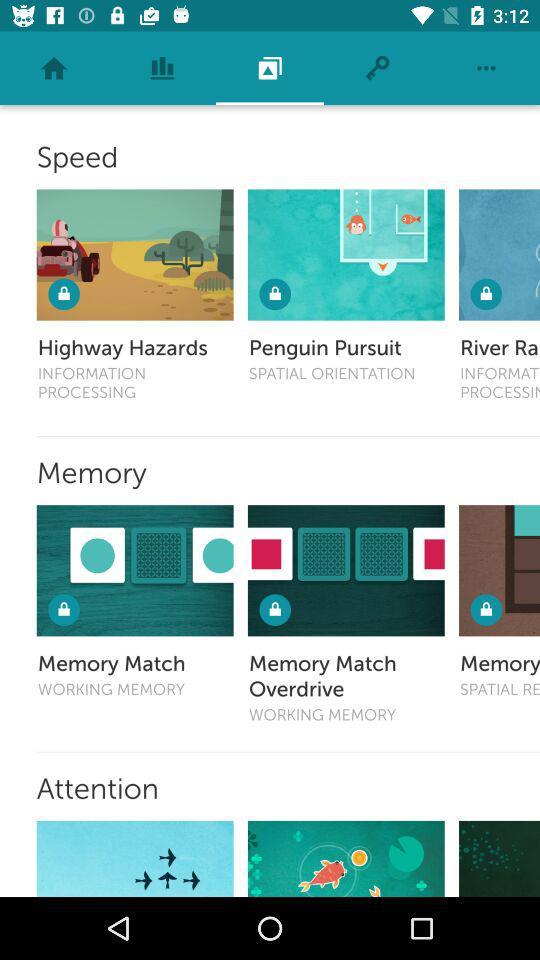 The width and height of the screenshot is (540, 960). What do you see at coordinates (498, 253) in the screenshot?
I see `speed game` at bounding box center [498, 253].